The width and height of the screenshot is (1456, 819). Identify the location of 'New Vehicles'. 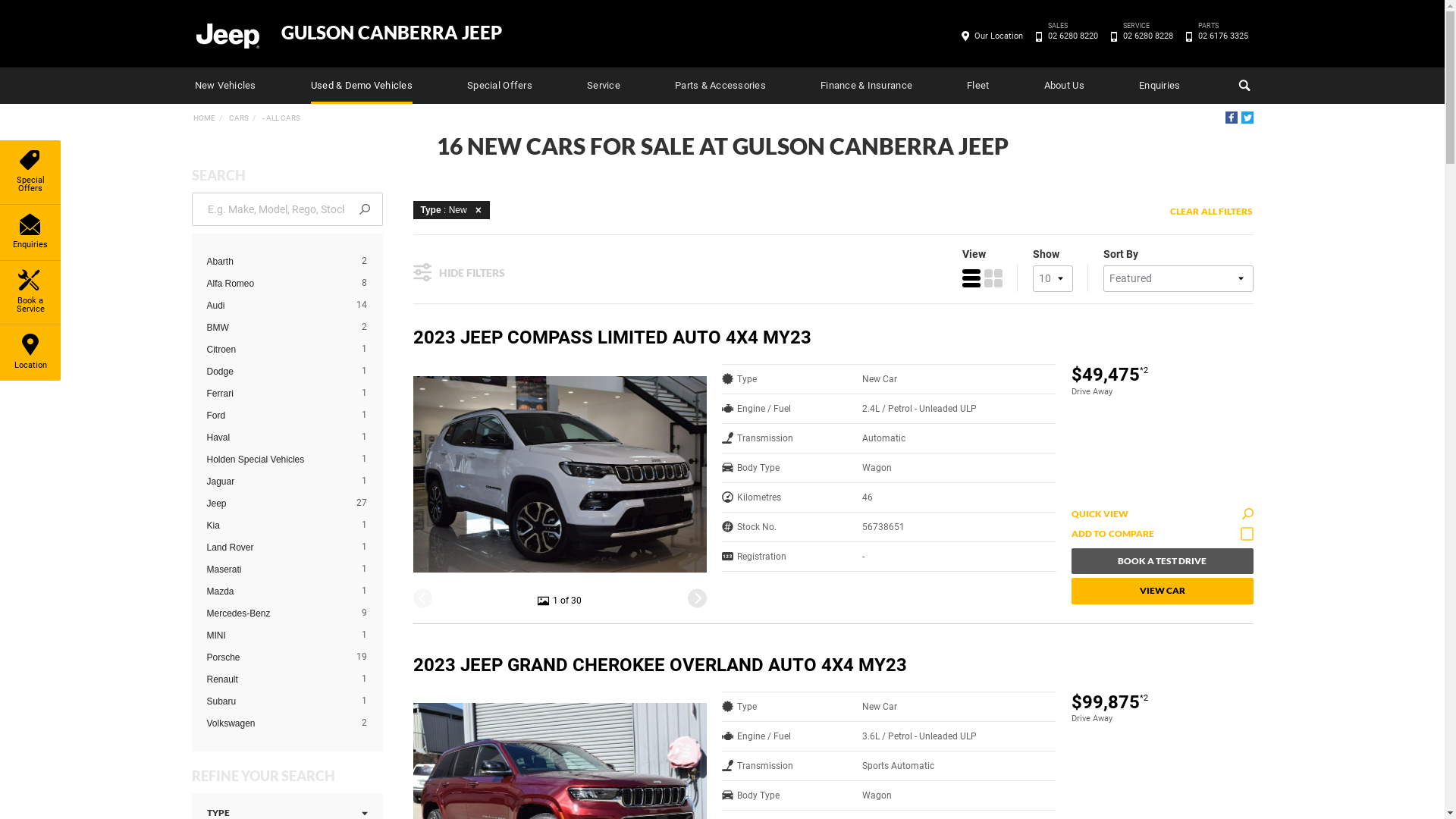
(224, 85).